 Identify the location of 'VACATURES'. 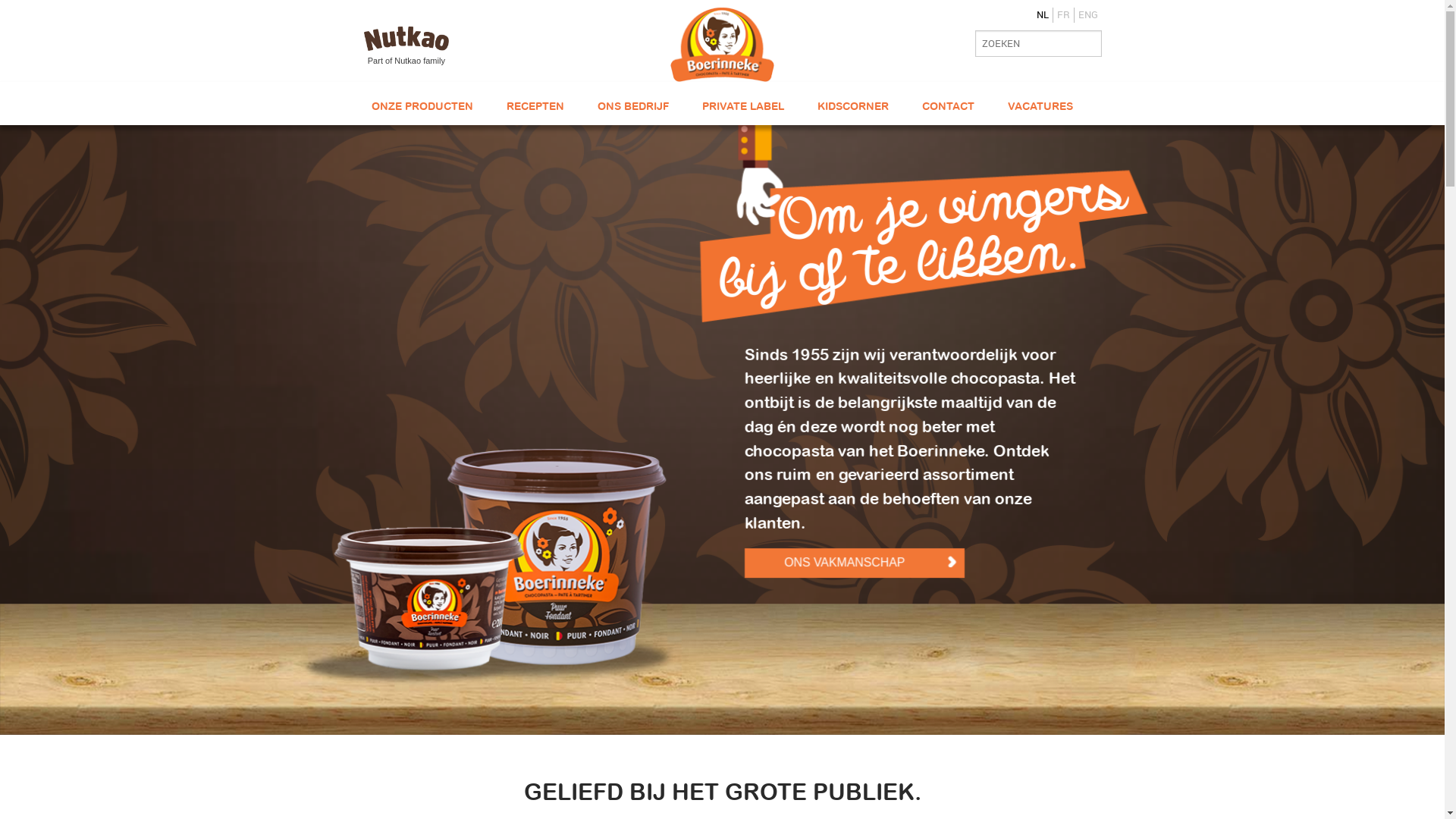
(1040, 105).